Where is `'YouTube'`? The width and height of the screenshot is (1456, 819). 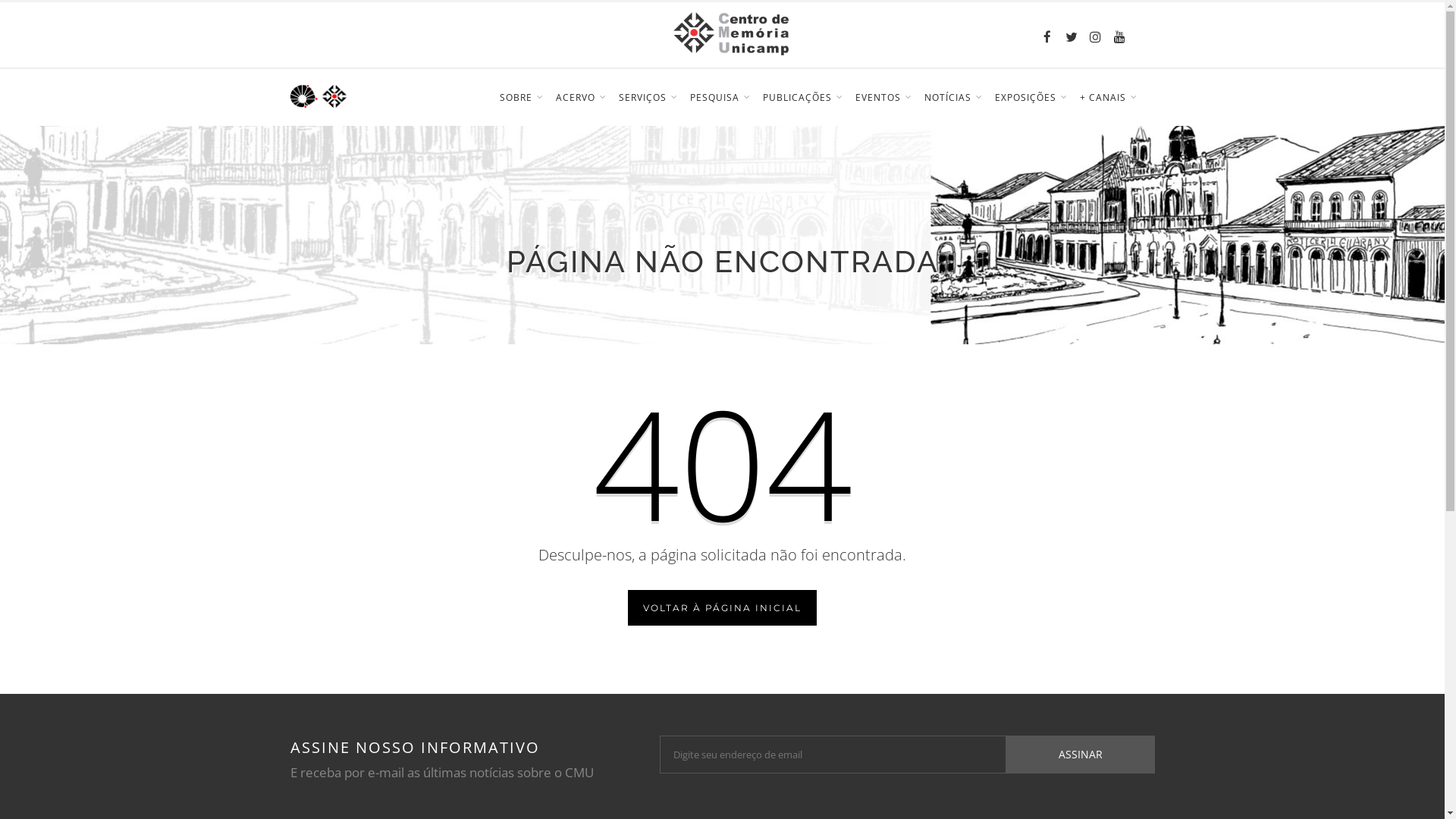 'YouTube' is located at coordinates (1119, 34).